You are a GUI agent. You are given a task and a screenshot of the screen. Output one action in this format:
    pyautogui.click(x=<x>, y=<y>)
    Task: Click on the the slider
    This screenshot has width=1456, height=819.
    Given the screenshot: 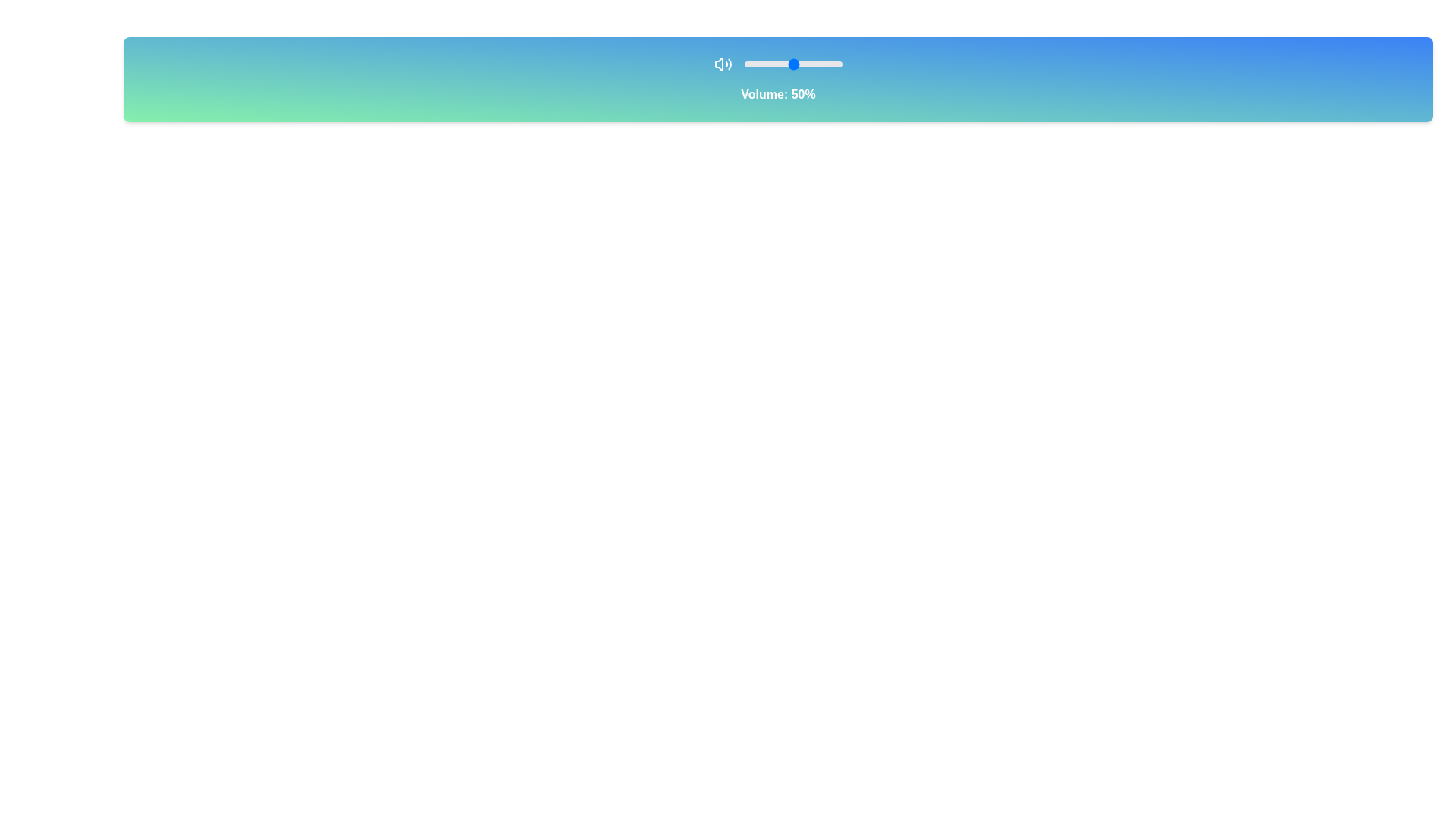 What is the action you would take?
    pyautogui.click(x=812, y=63)
    